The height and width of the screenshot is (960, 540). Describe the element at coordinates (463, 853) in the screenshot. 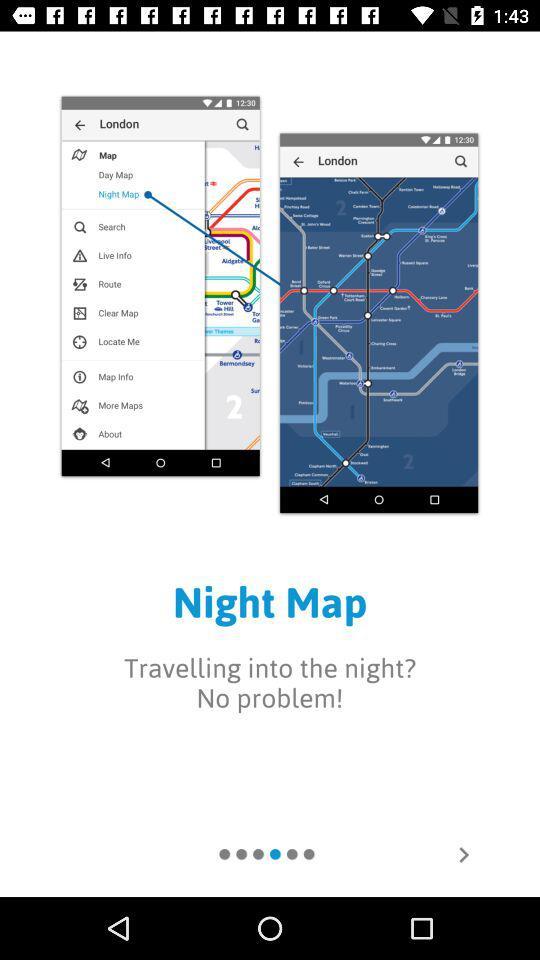

I see `the icon at the bottom right corner` at that location.